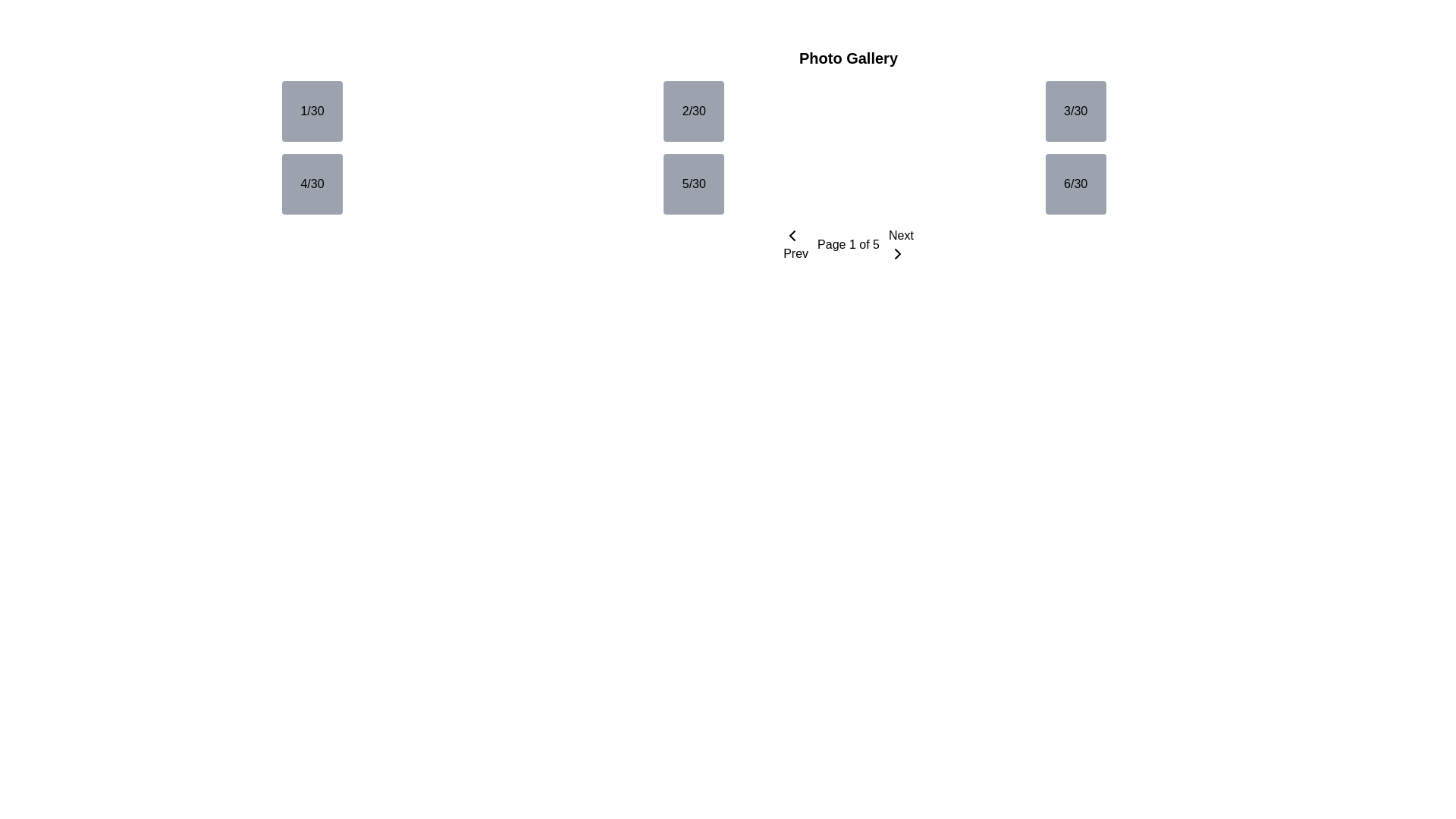 The image size is (1456, 819). Describe the element at coordinates (792, 236) in the screenshot. I see `the 'Prev' button icon located at the bottom left section of the interface` at that location.